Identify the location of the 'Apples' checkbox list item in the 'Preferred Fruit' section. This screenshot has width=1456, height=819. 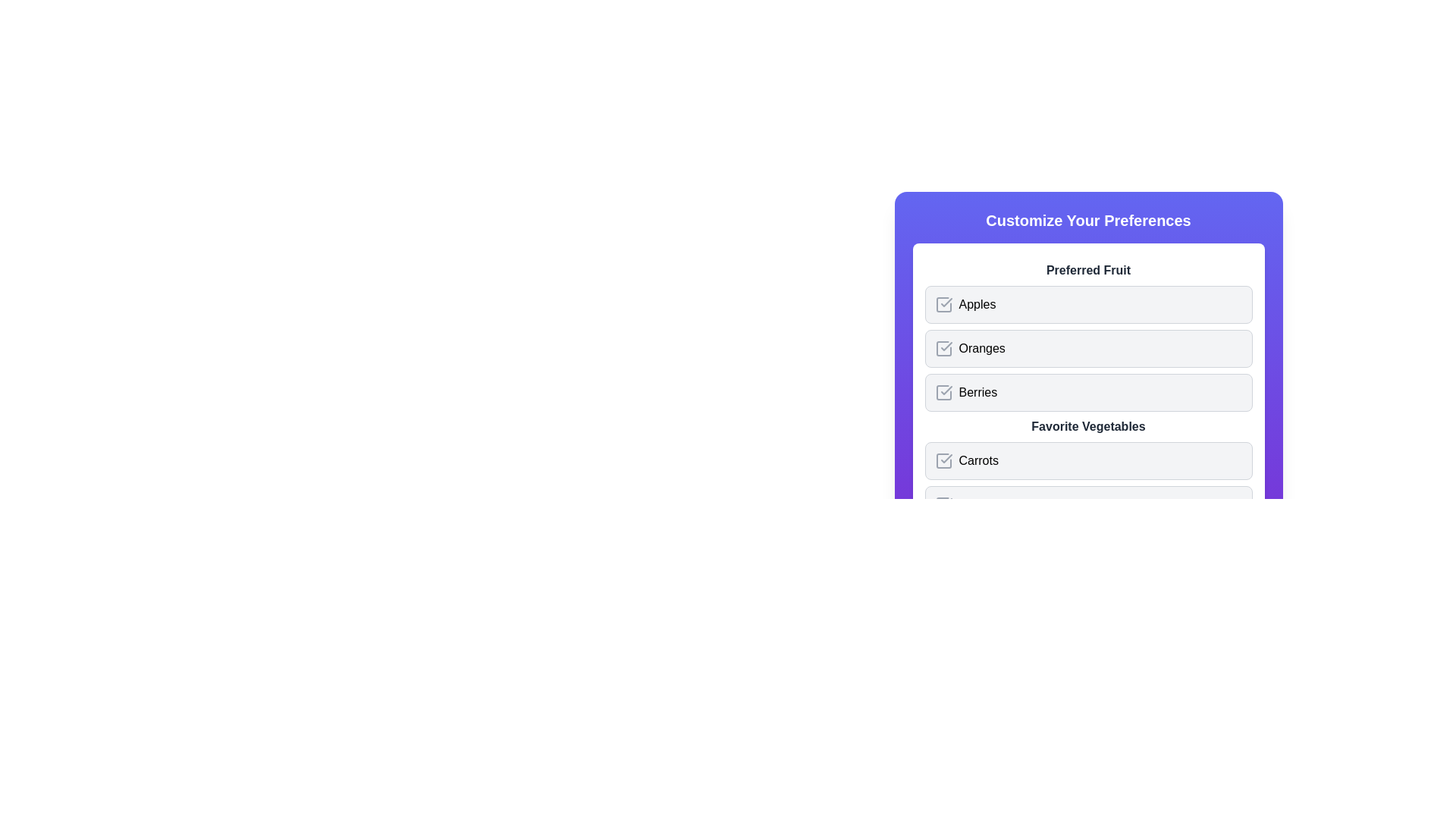
(1087, 304).